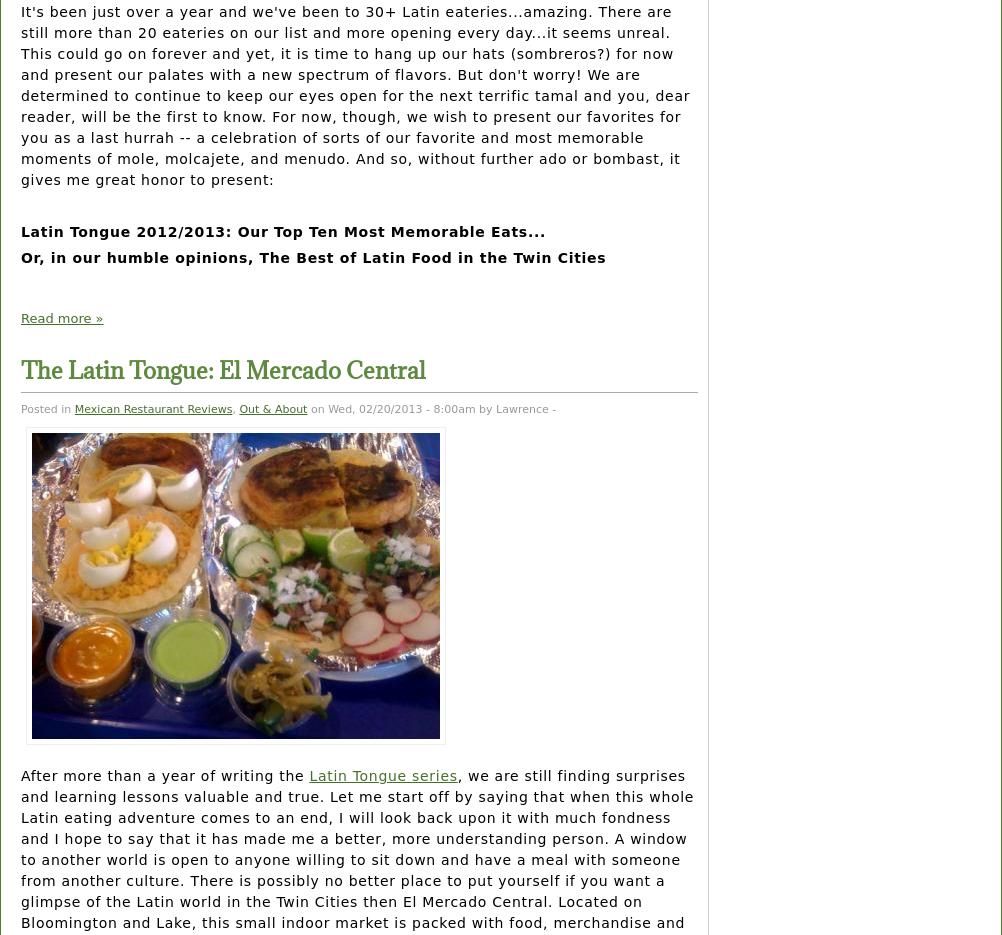 This screenshot has width=1002, height=935. Describe the element at coordinates (272, 408) in the screenshot. I see `'Out & About'` at that location.